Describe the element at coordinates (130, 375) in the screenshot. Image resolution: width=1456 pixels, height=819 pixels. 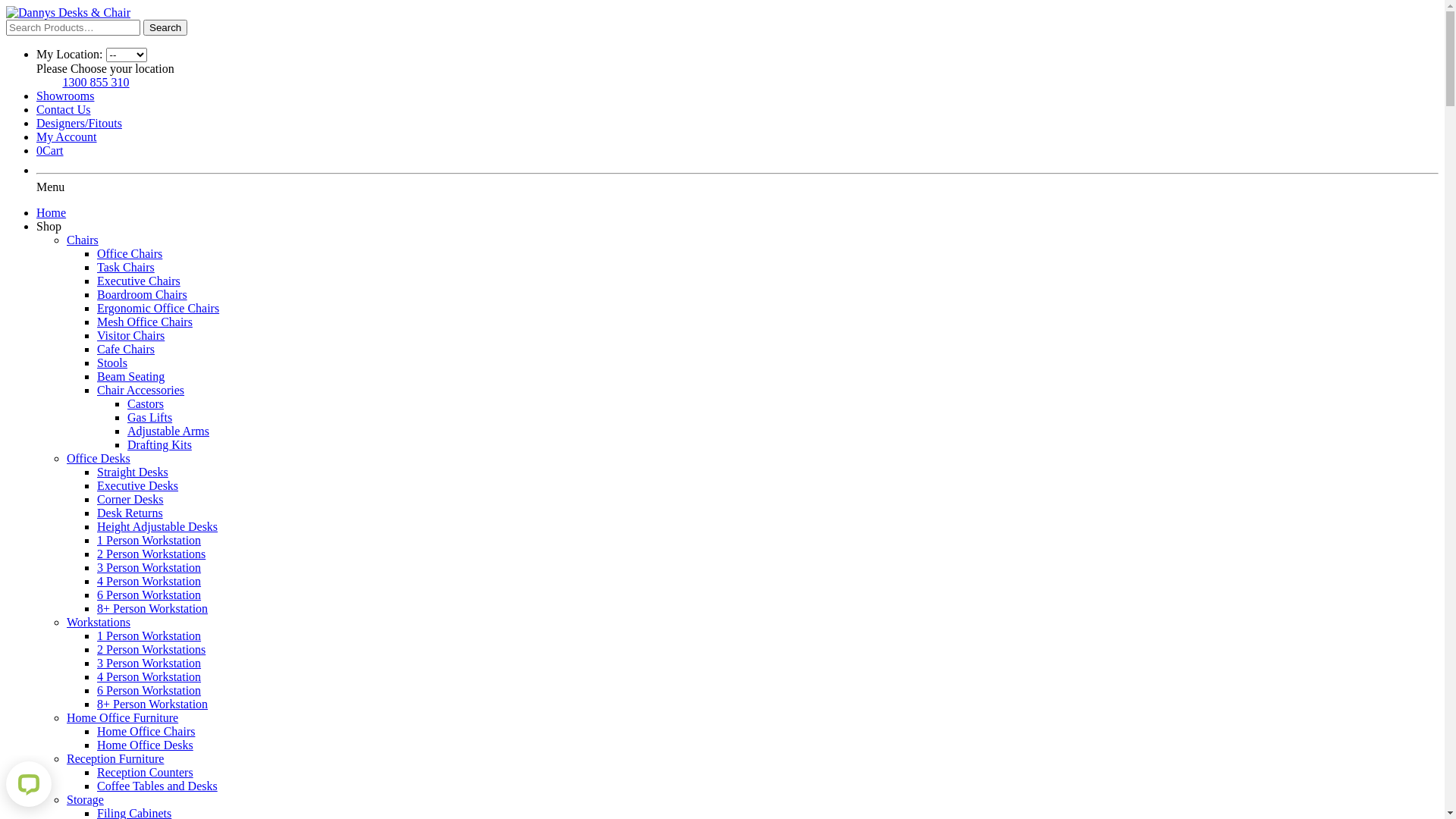
I see `'Beam Seating'` at that location.